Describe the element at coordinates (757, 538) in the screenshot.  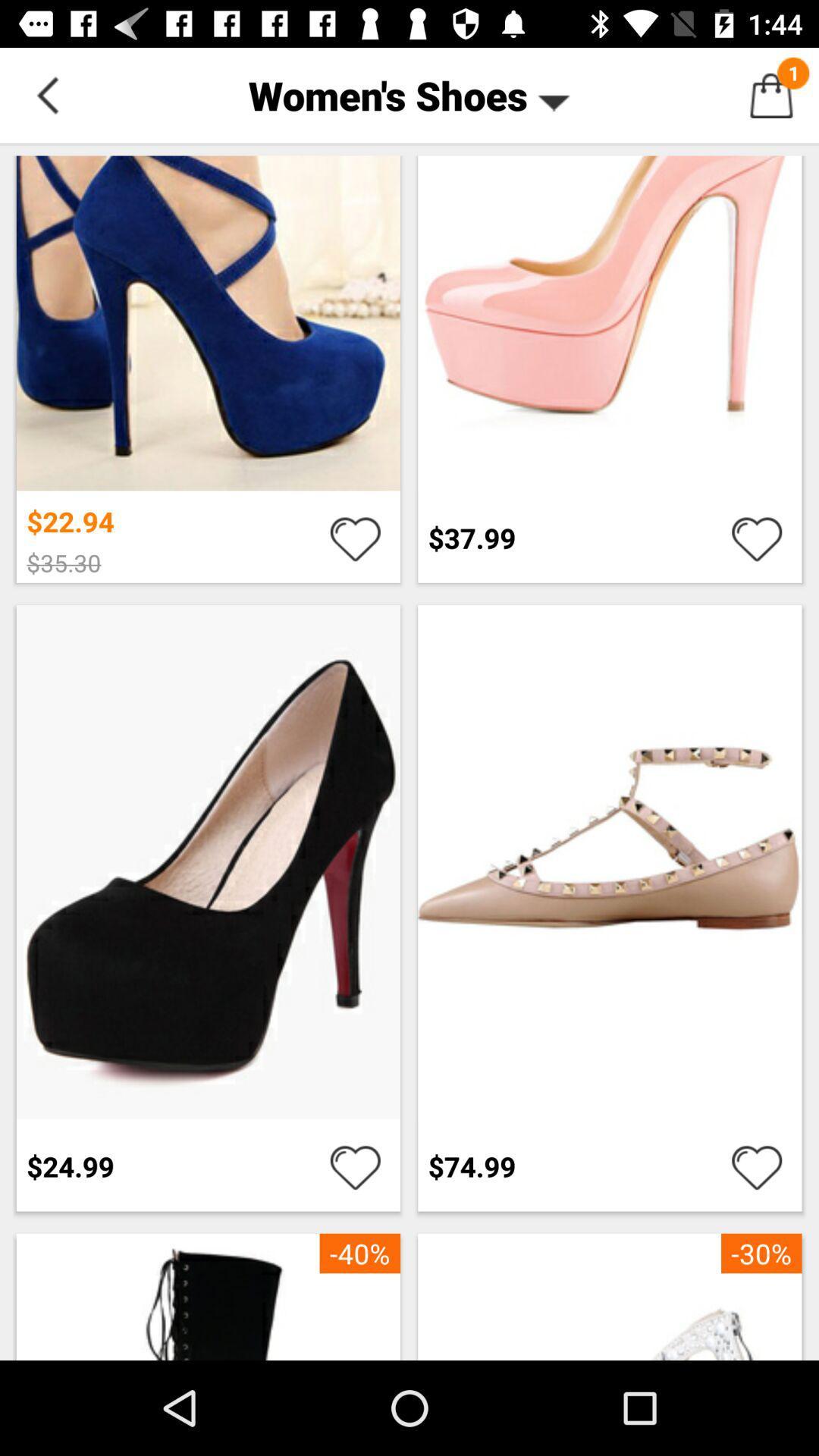
I see `shows favourite icon` at that location.